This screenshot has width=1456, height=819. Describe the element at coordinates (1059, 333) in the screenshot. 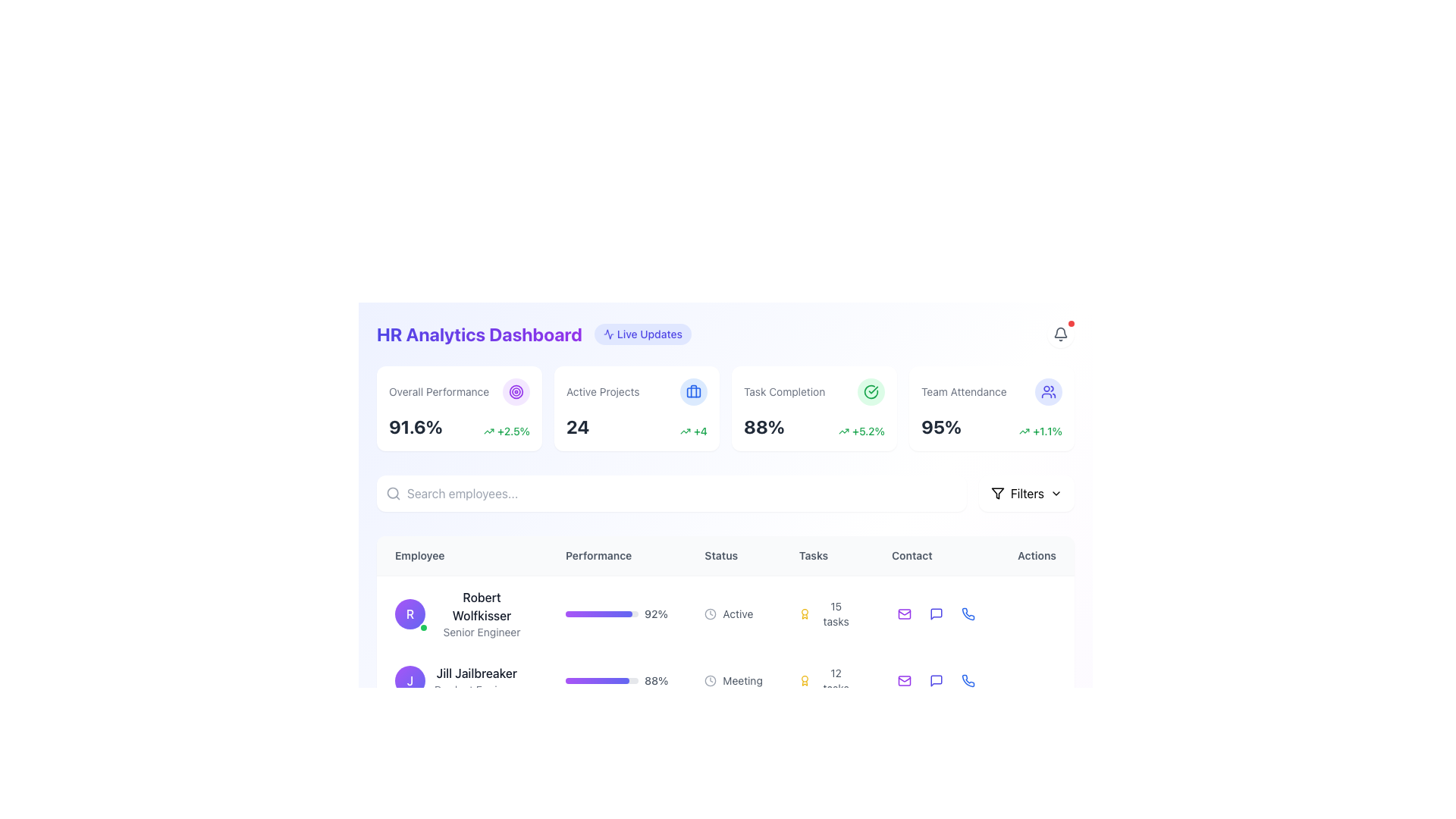

I see `the notification icon located in the top-right corner of the interface` at that location.